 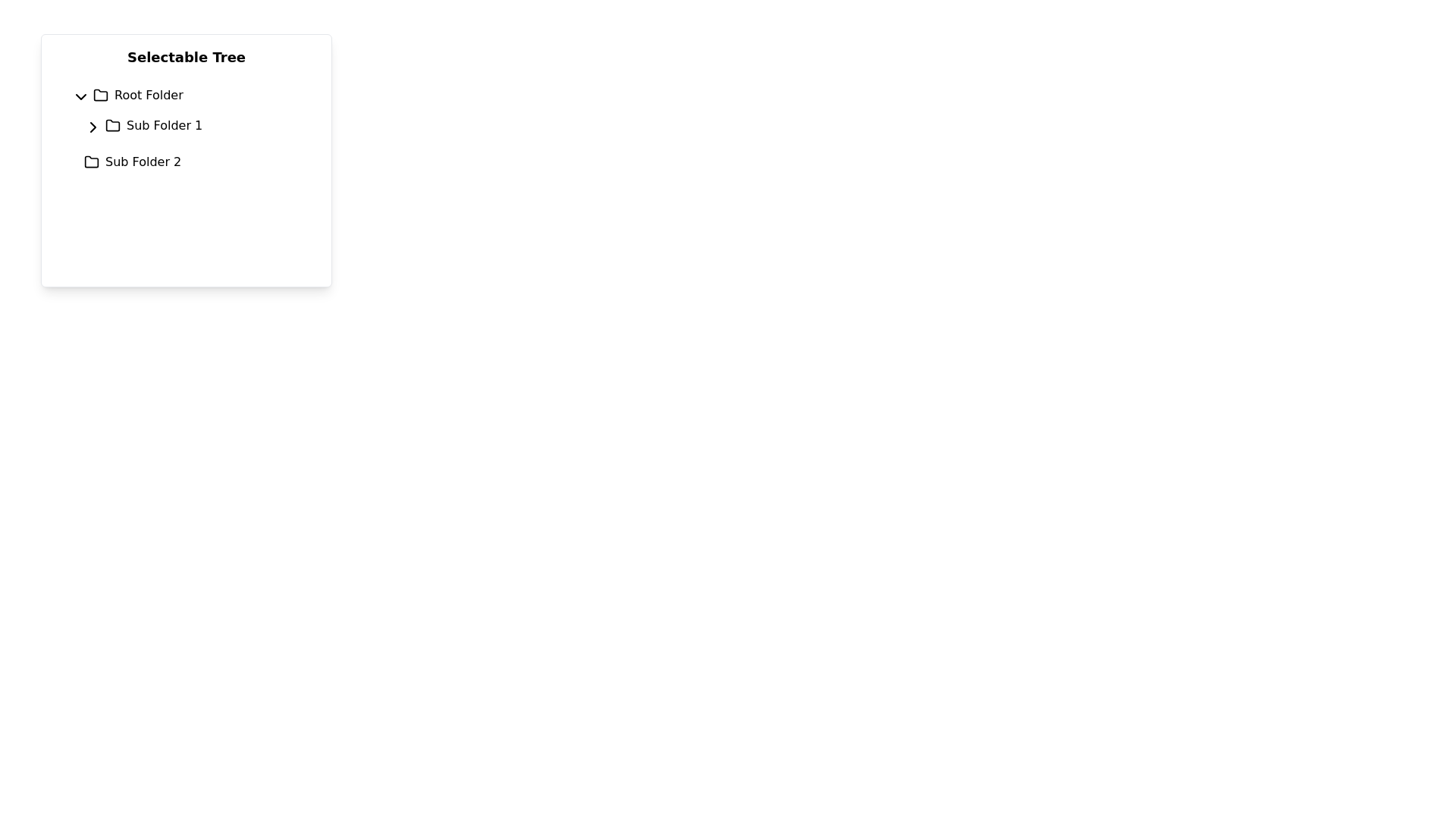 I want to click on the text label 'Sub Folder 1' within the tree structure, so click(x=198, y=124).